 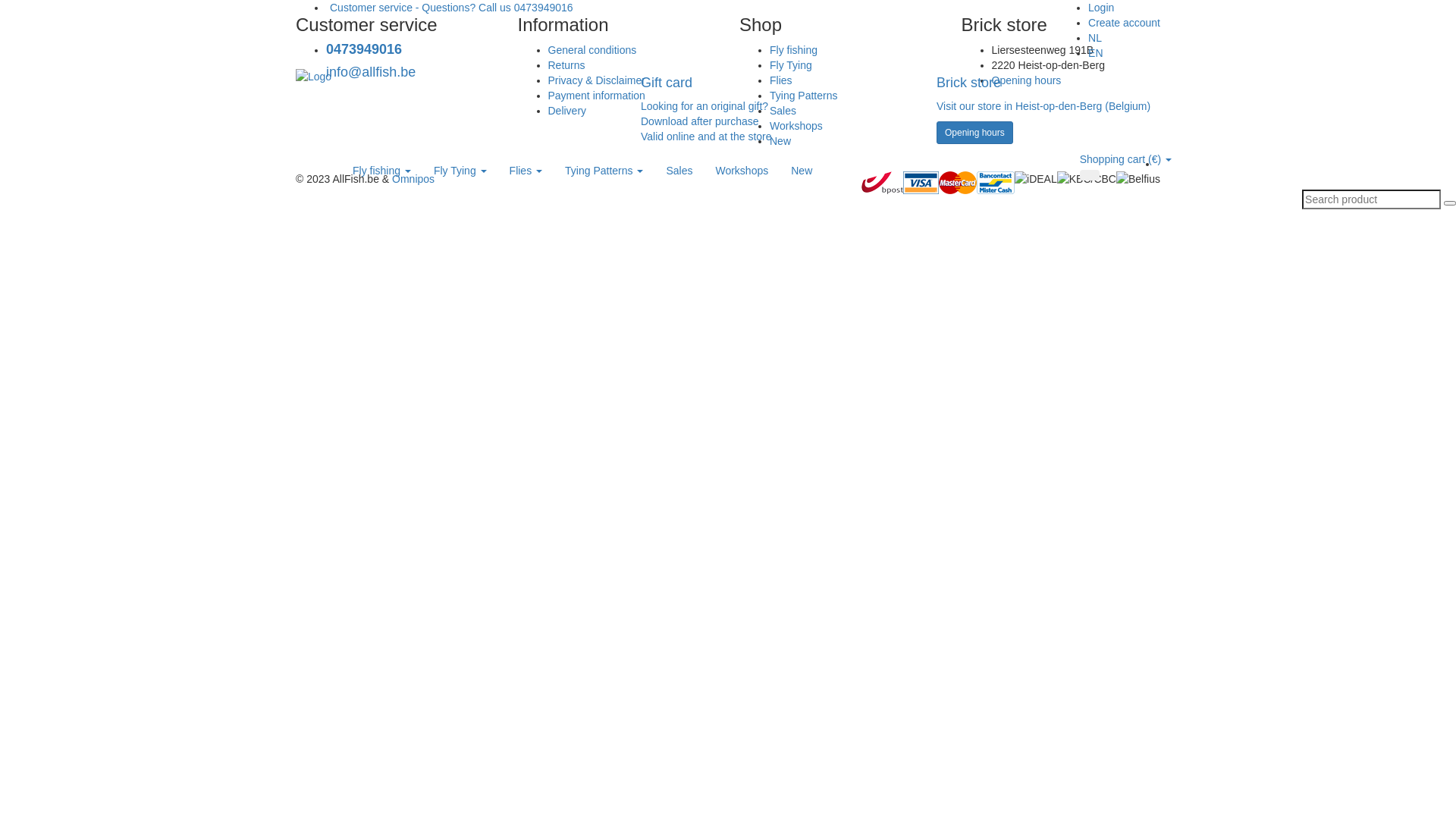 What do you see at coordinates (1087, 8) in the screenshot?
I see `'Login'` at bounding box center [1087, 8].